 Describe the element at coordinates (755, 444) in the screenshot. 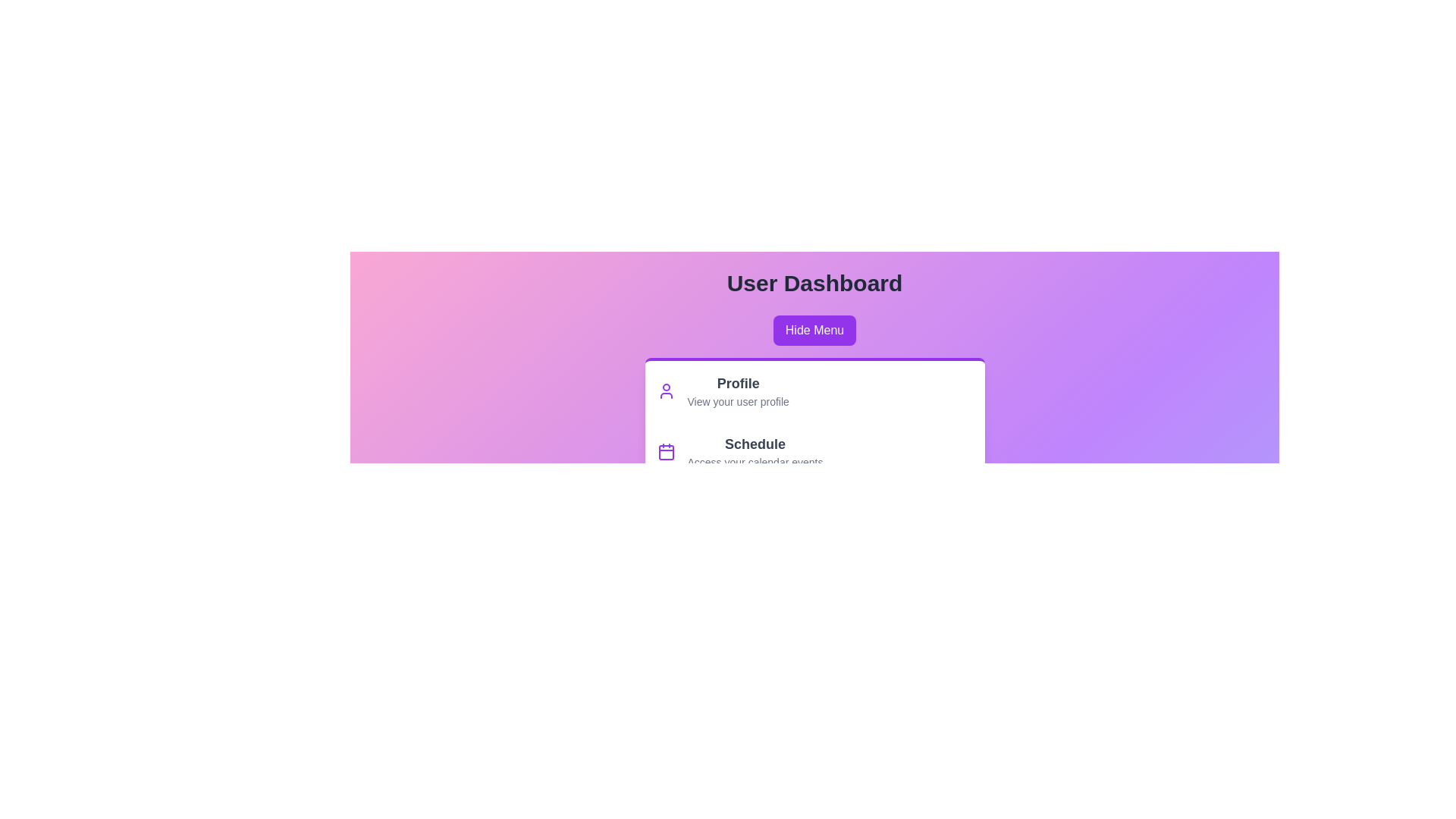

I see `the menu item Schedule from the displayed options` at that location.